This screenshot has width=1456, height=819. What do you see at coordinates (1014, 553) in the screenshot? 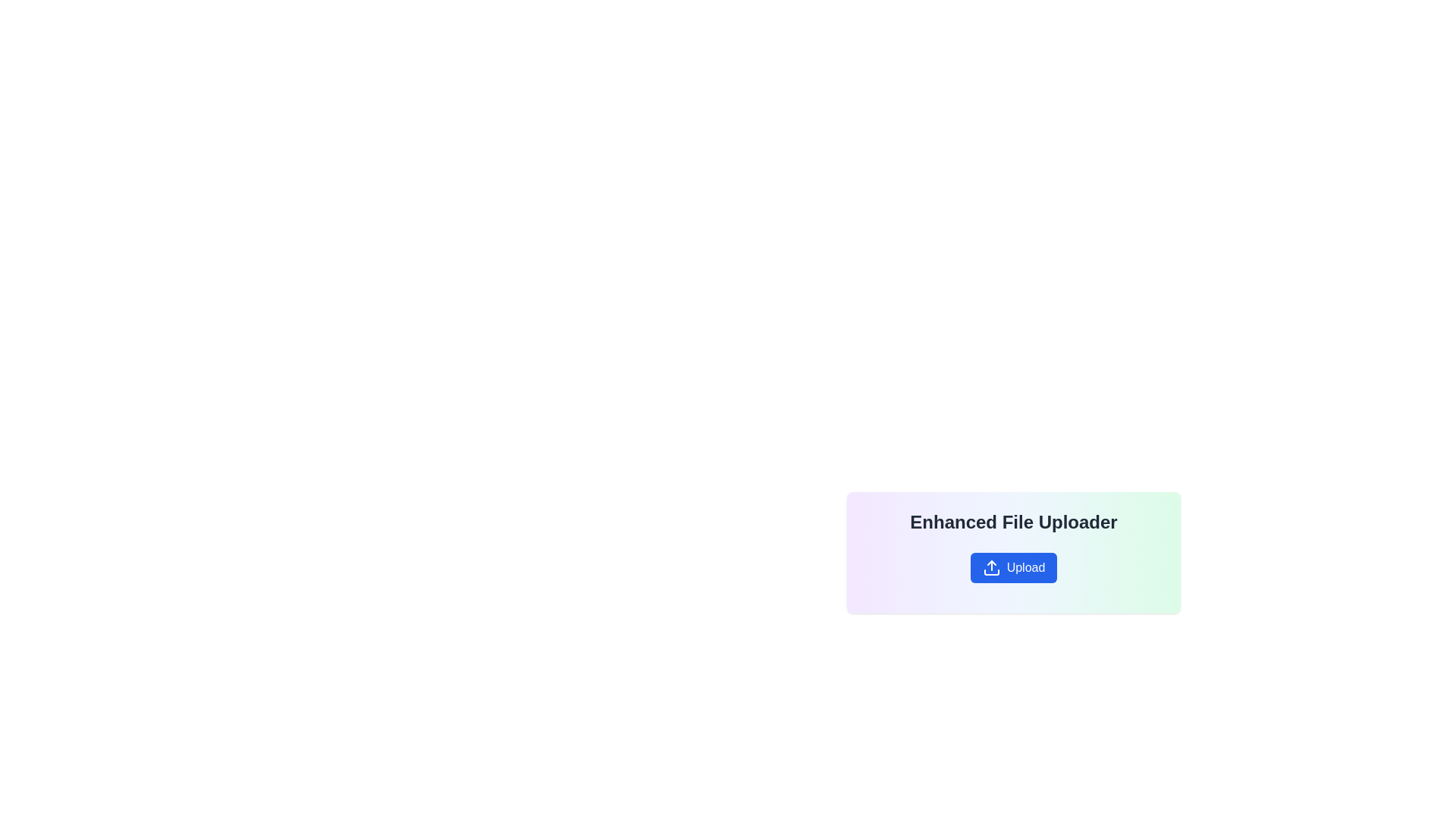
I see `the blue rounded 'Upload' button with a white upward arrow icon, located below the 'Enhanced File Uploader' text` at bounding box center [1014, 553].